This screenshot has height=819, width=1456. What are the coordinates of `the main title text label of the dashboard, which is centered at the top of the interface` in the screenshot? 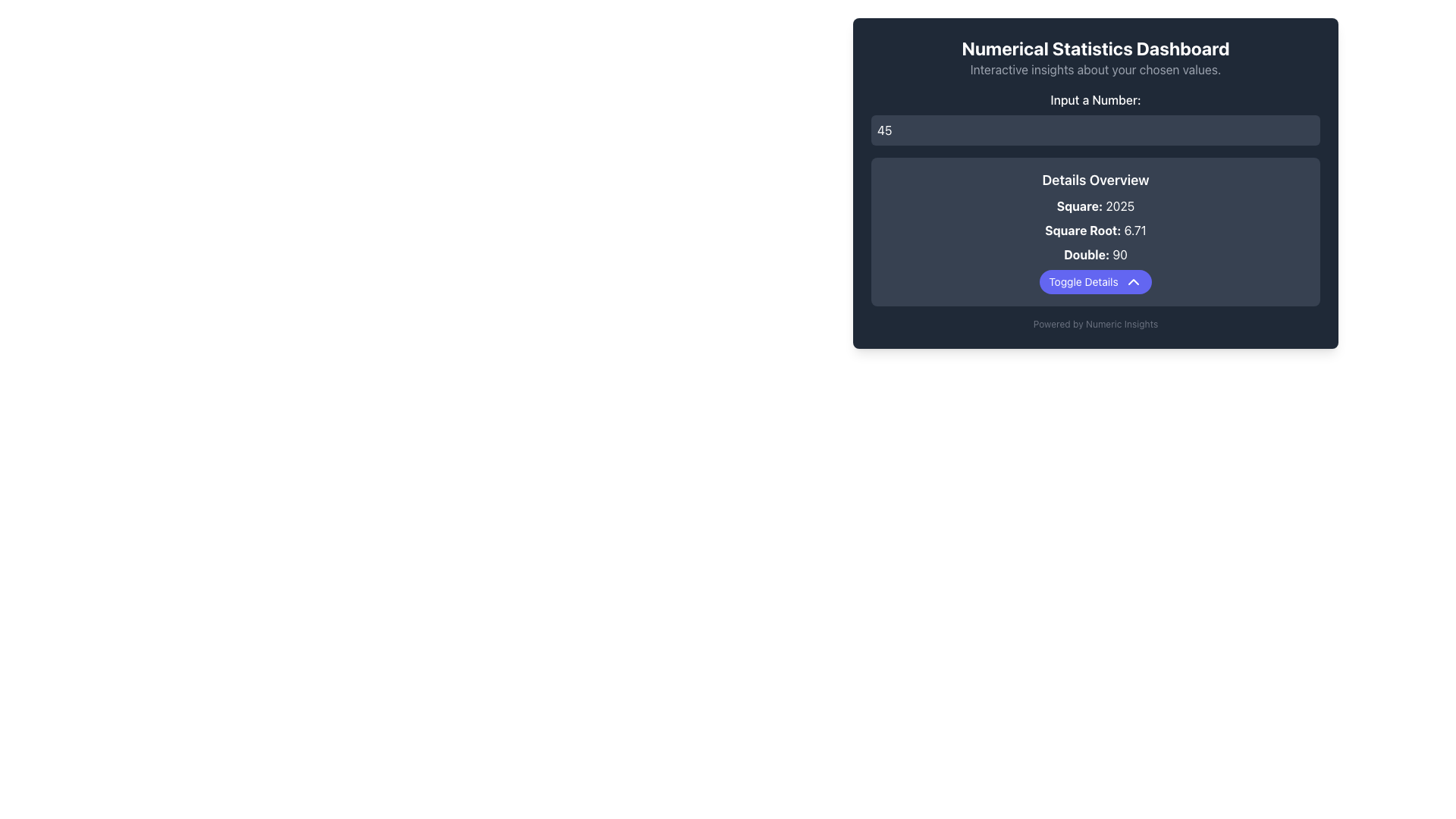 It's located at (1095, 48).